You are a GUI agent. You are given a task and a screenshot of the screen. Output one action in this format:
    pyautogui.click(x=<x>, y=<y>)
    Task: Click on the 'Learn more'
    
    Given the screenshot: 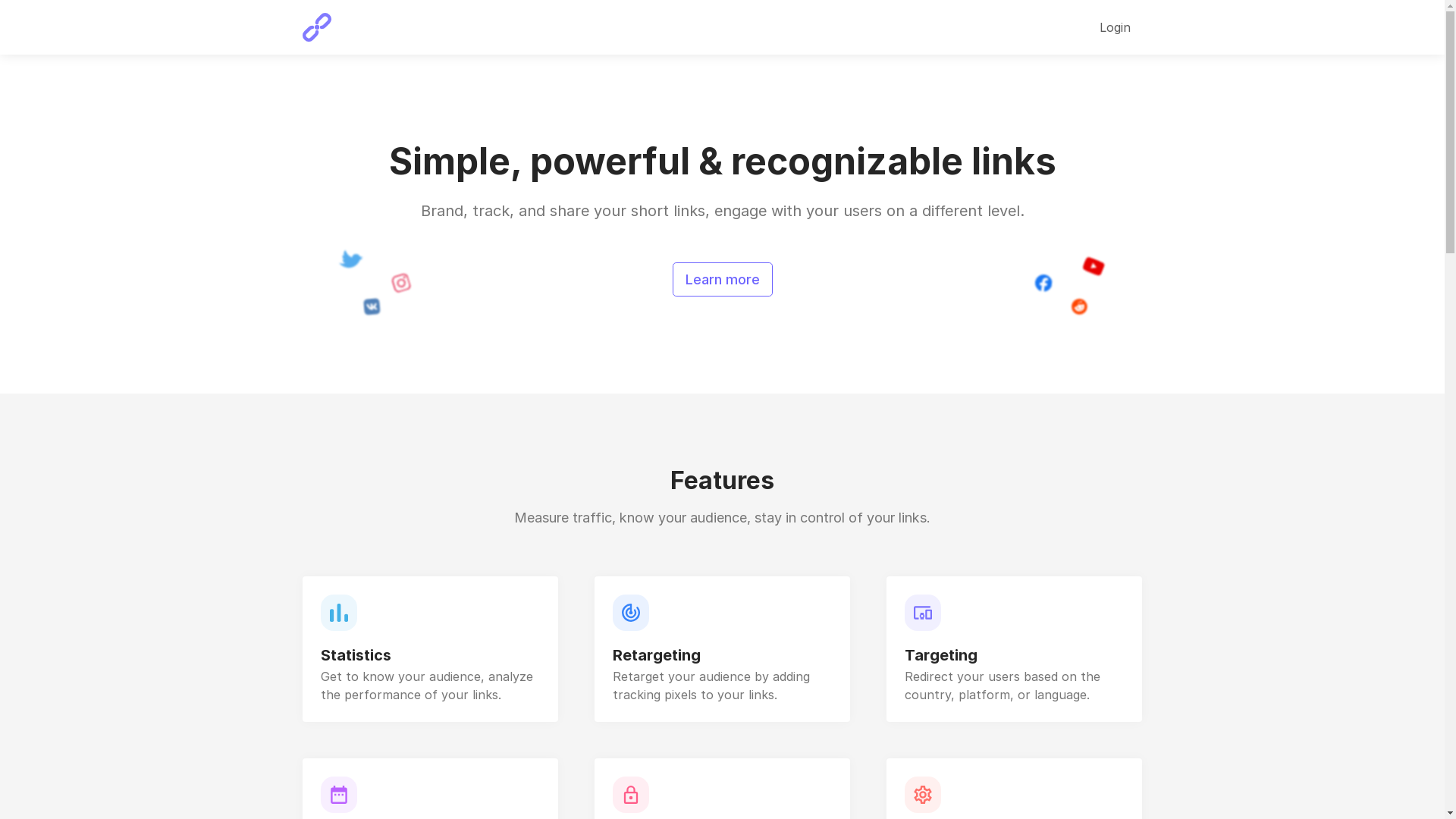 What is the action you would take?
    pyautogui.click(x=671, y=279)
    